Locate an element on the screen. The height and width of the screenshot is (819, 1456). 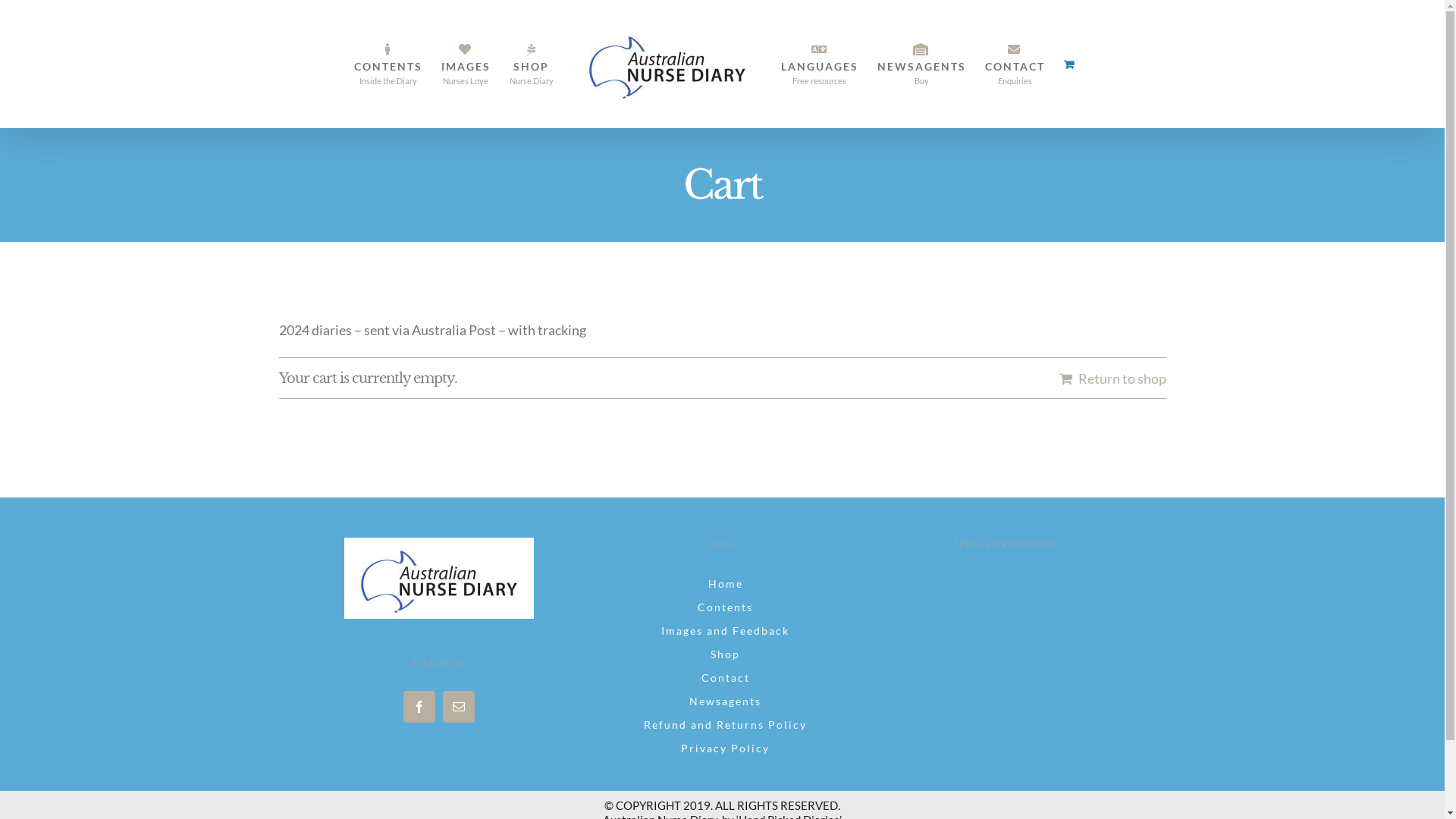
'Newsagents' is located at coordinates (720, 701).